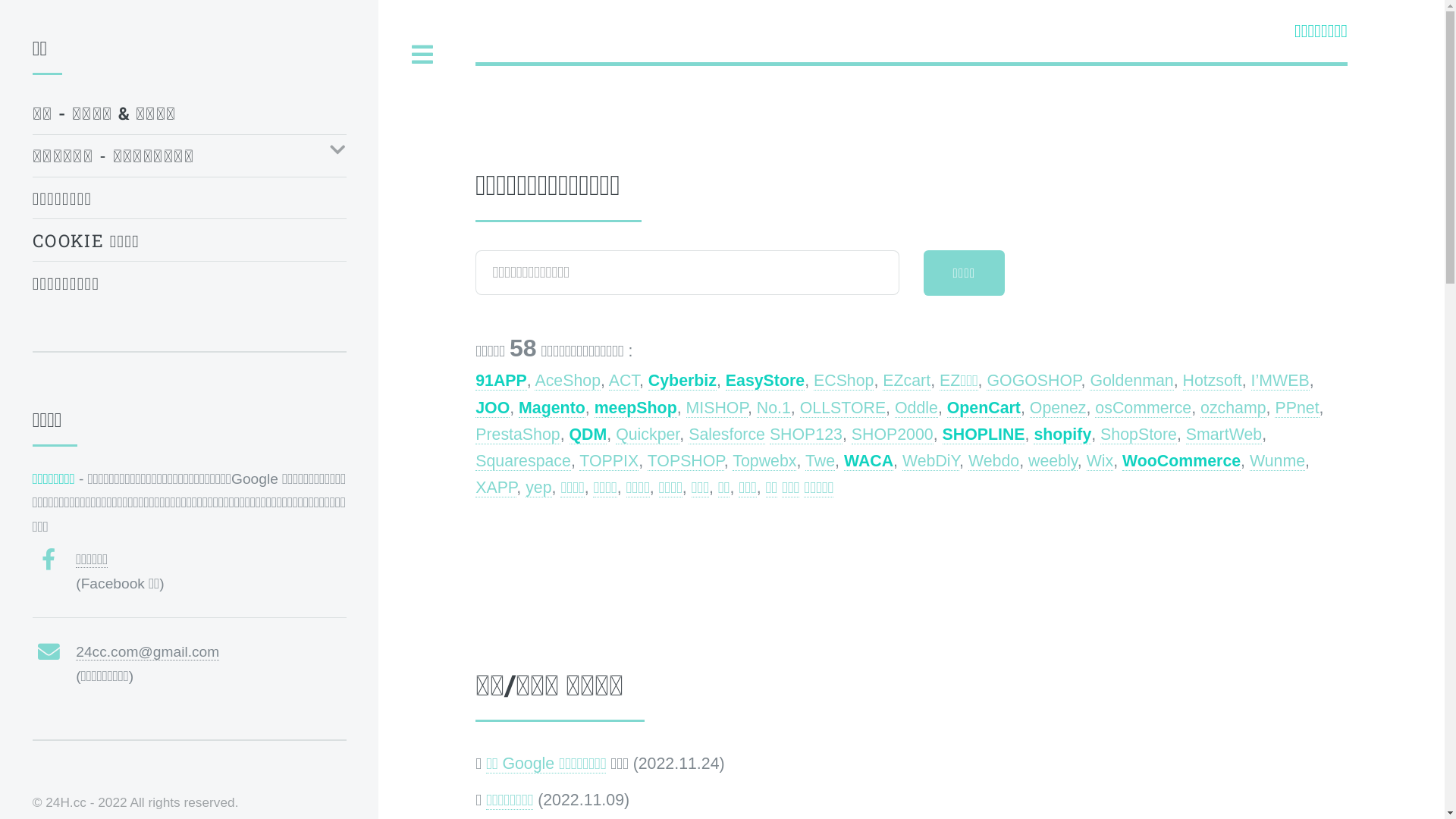 The width and height of the screenshot is (1456, 819). Describe the element at coordinates (1181, 460) in the screenshot. I see `'WooCommerce'` at that location.